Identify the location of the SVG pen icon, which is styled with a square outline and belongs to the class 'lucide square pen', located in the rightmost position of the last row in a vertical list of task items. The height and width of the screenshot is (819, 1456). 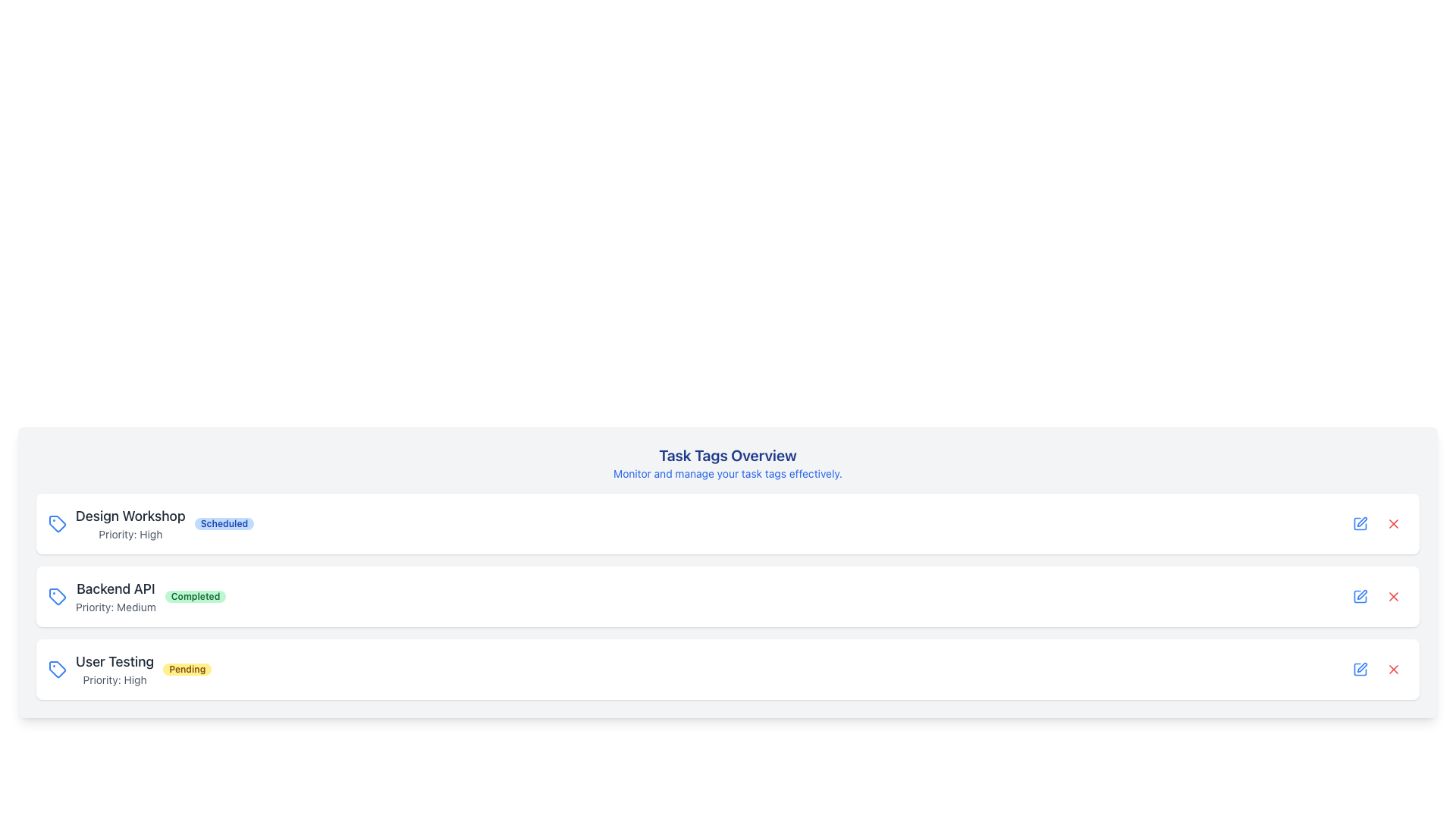
(1362, 667).